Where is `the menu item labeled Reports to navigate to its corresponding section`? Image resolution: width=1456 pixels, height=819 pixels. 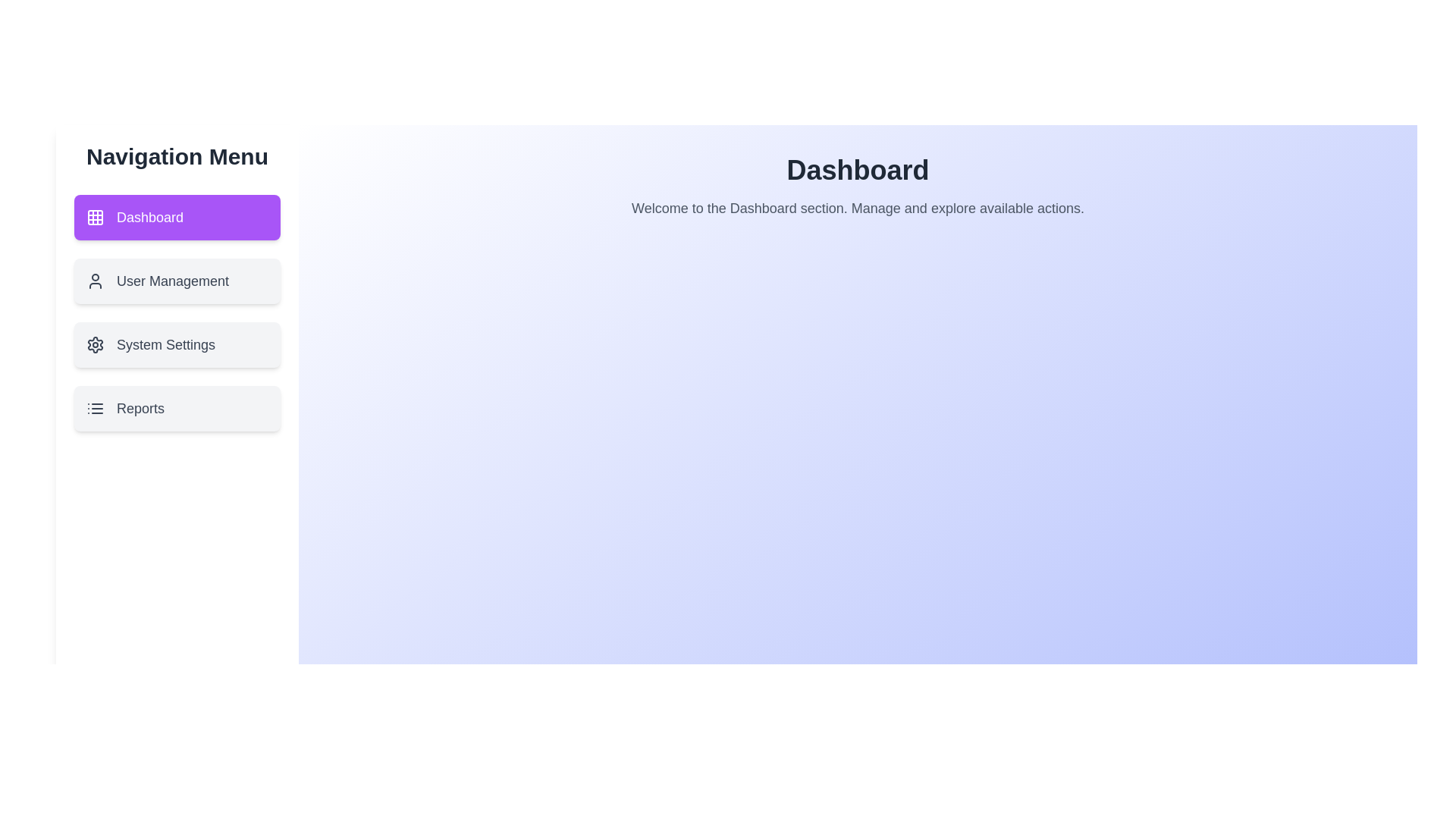 the menu item labeled Reports to navigate to its corresponding section is located at coordinates (177, 408).